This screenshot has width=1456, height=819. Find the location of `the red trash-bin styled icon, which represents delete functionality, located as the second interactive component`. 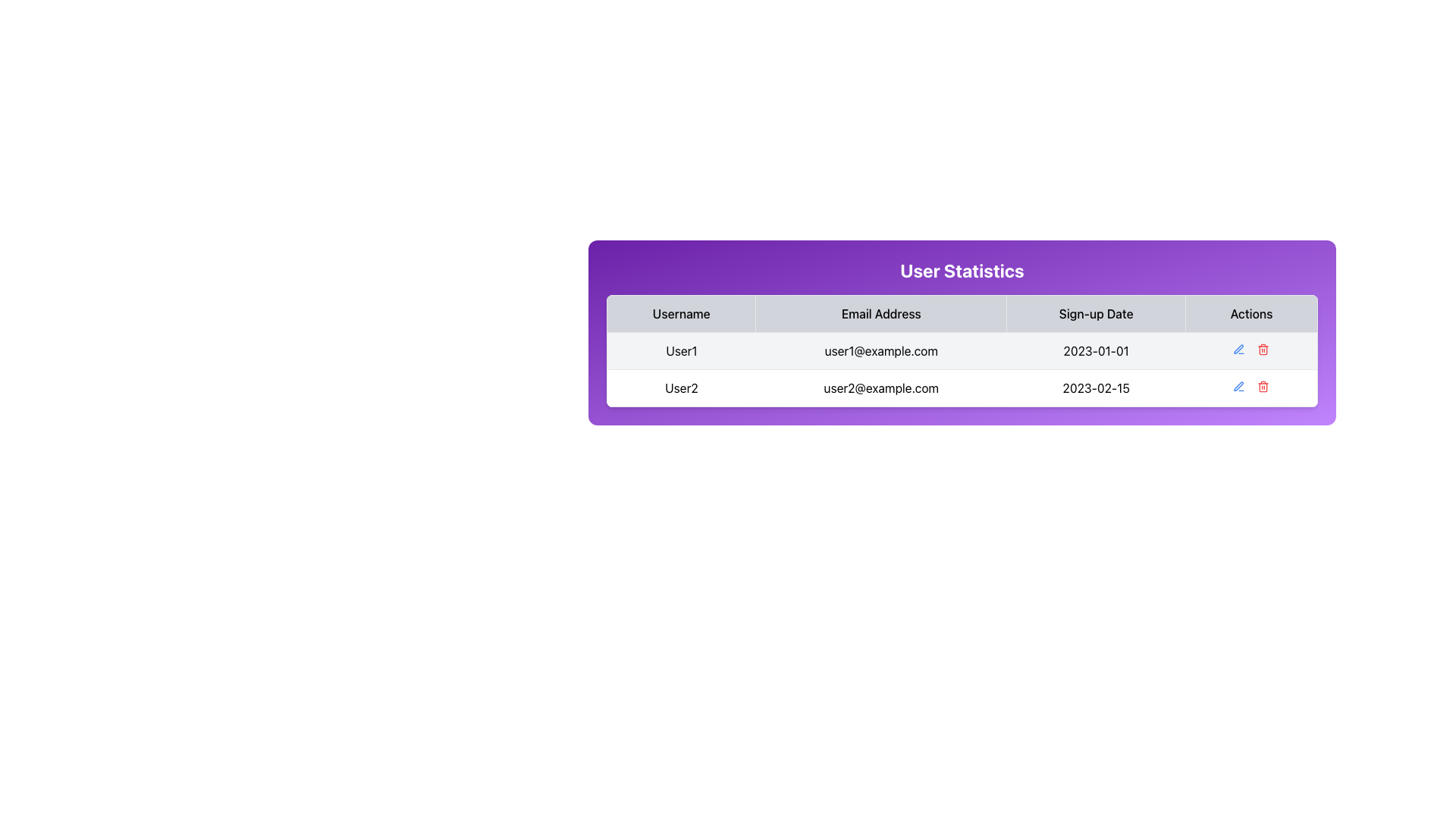

the red trash-bin styled icon, which represents delete functionality, located as the second interactive component is located at coordinates (1263, 350).